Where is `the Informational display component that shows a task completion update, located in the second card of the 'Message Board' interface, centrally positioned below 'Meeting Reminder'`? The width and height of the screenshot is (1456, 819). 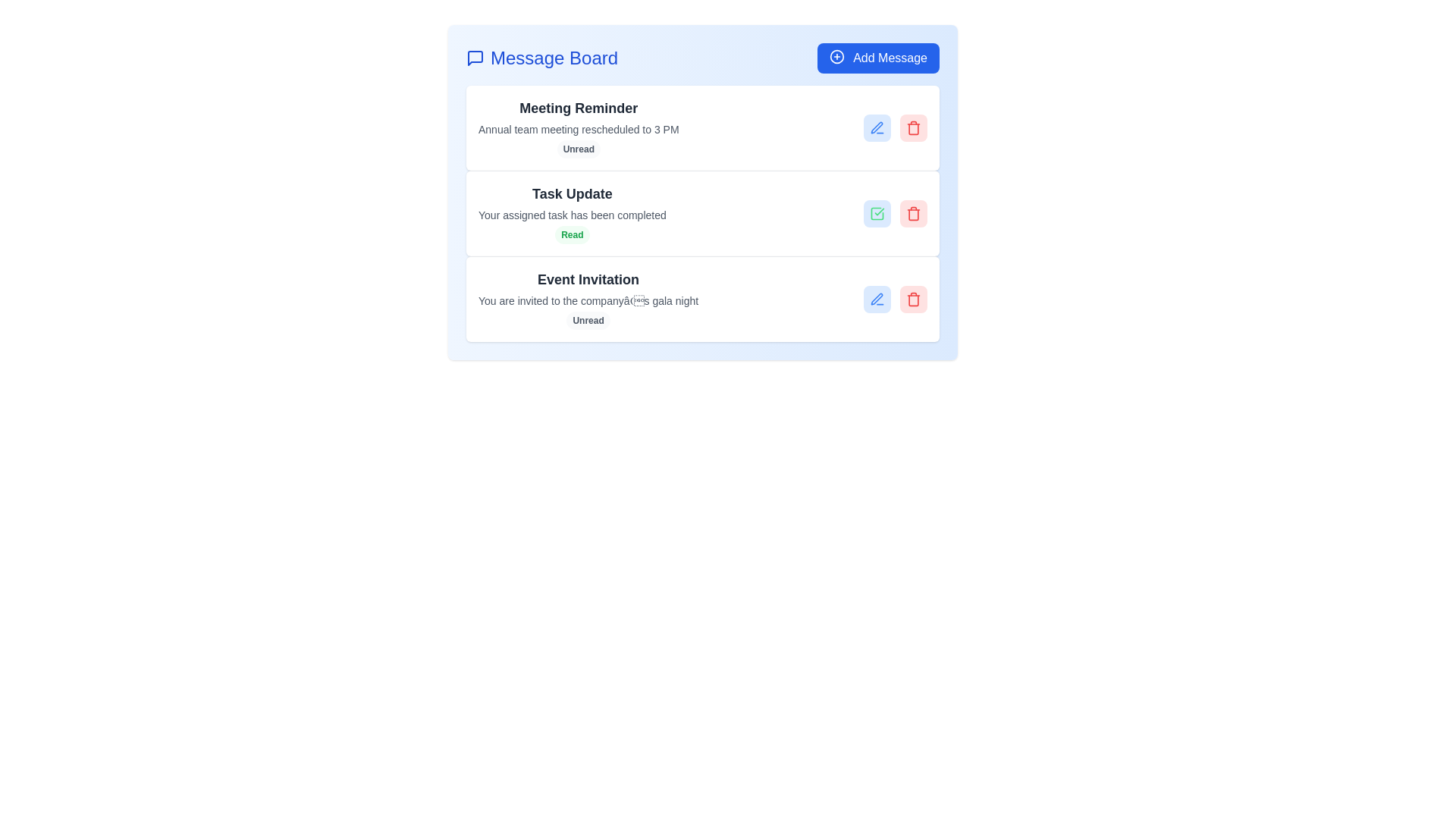 the Informational display component that shows a task completion update, located in the second card of the 'Message Board' interface, centrally positioned below 'Meeting Reminder' is located at coordinates (571, 213).